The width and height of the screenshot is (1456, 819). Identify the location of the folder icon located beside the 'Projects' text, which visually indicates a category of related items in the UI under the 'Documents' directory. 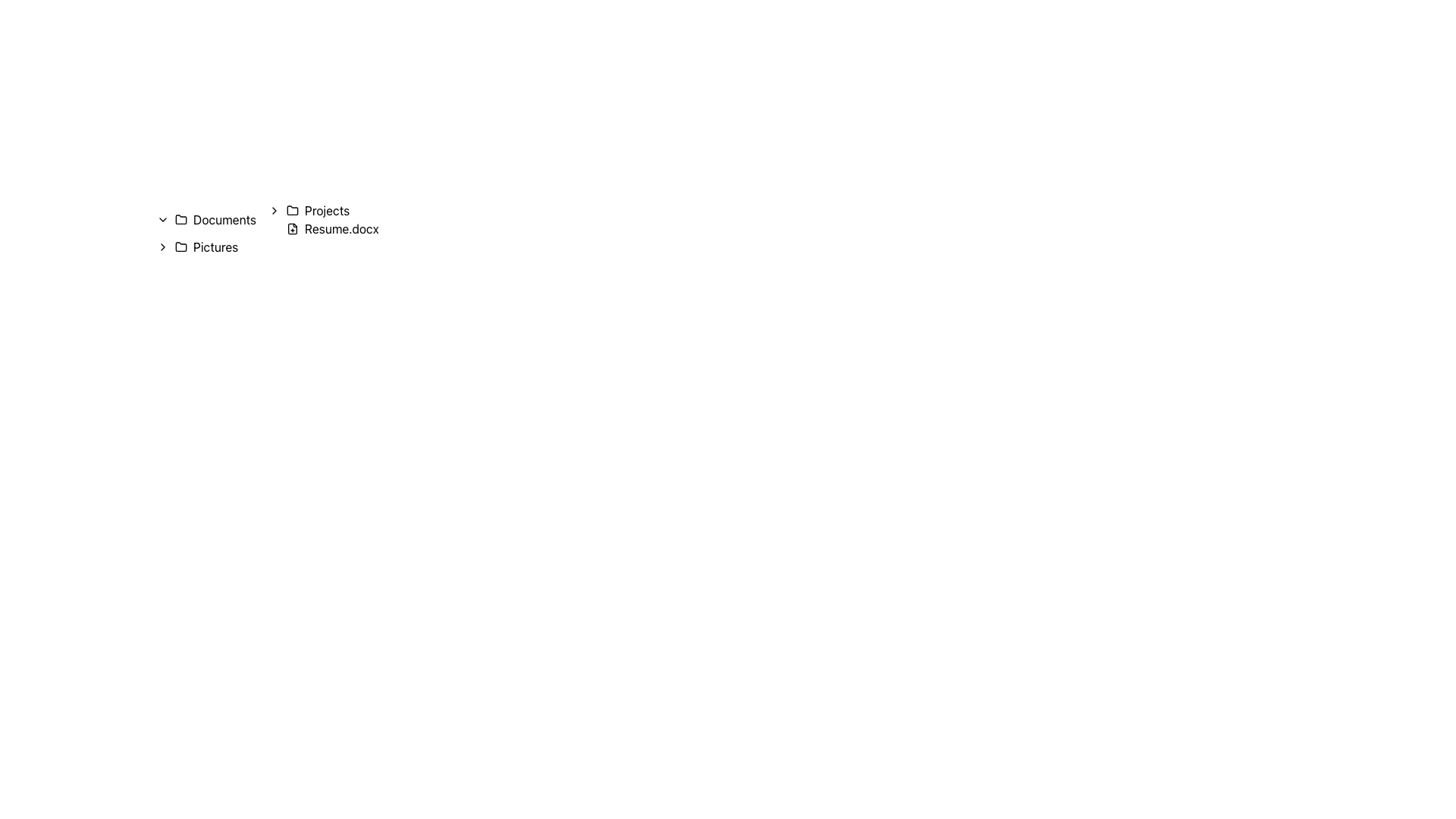
(292, 210).